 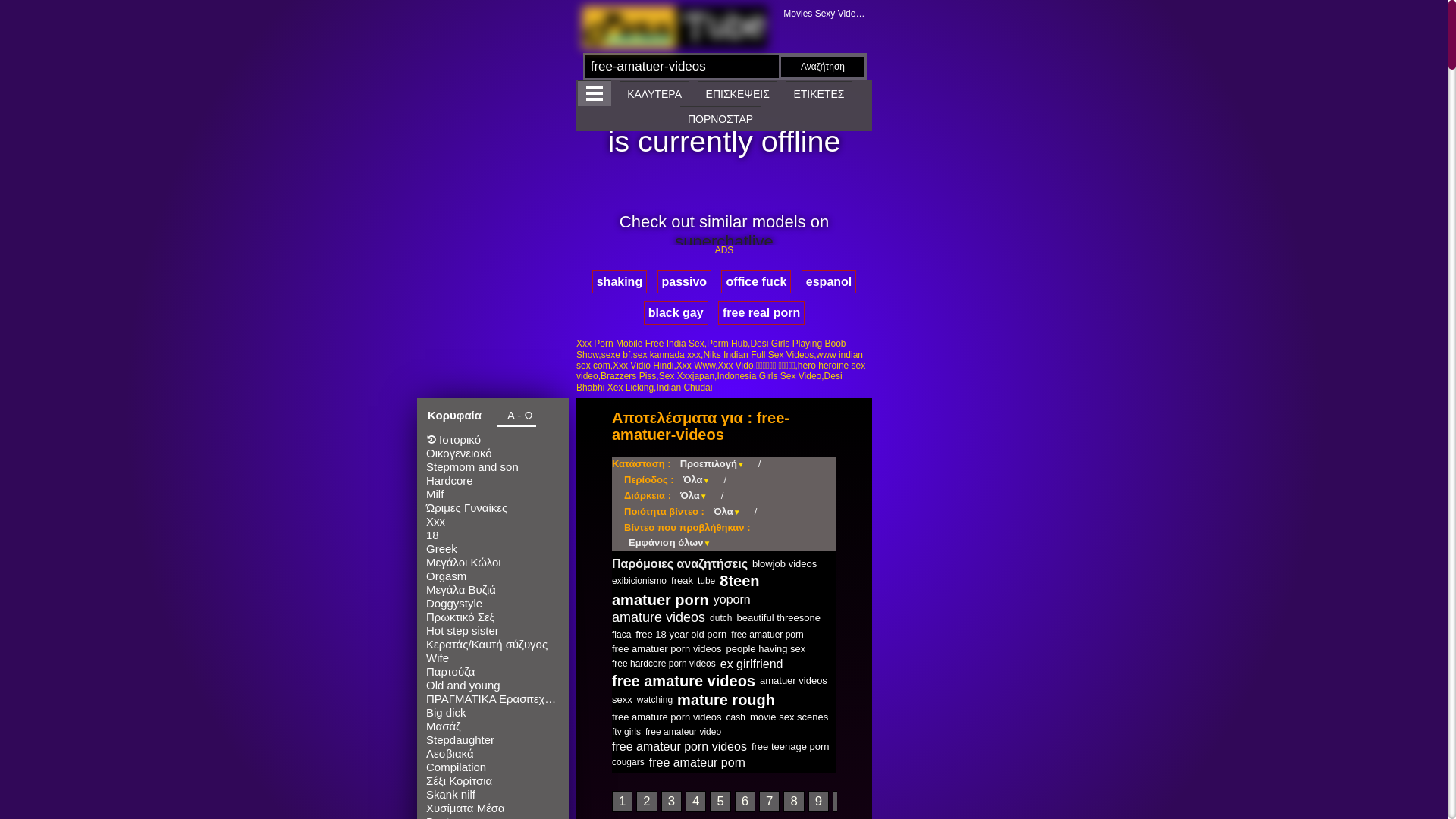 I want to click on 'Stepdaughter', so click(x=425, y=739).